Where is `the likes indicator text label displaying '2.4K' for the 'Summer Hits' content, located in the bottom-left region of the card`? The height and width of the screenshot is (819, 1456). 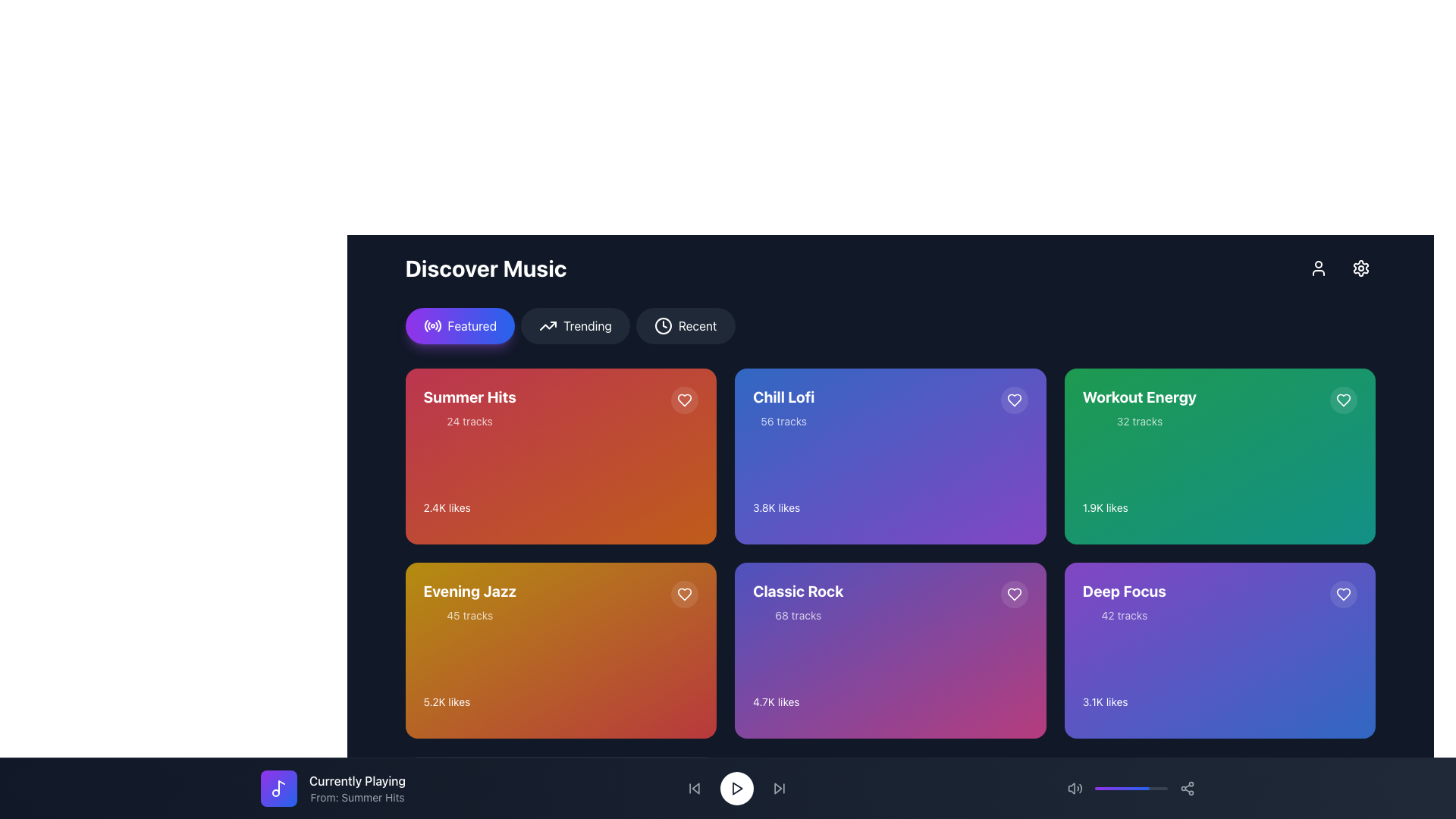 the likes indicator text label displaying '2.4K' for the 'Summer Hits' content, located in the bottom-left region of the card is located at coordinates (446, 508).